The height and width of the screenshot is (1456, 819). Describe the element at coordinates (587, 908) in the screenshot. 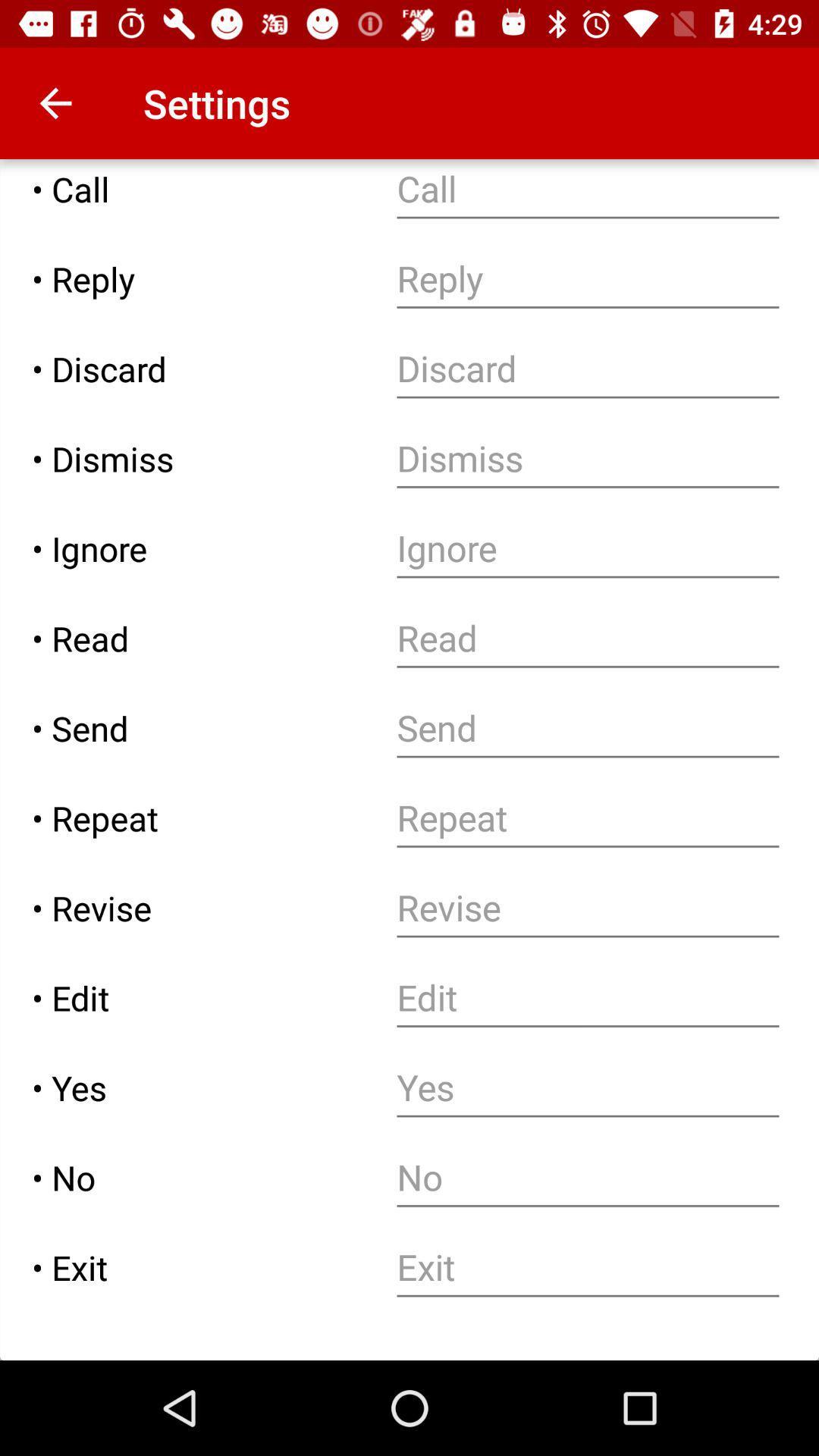

I see `revision input` at that location.